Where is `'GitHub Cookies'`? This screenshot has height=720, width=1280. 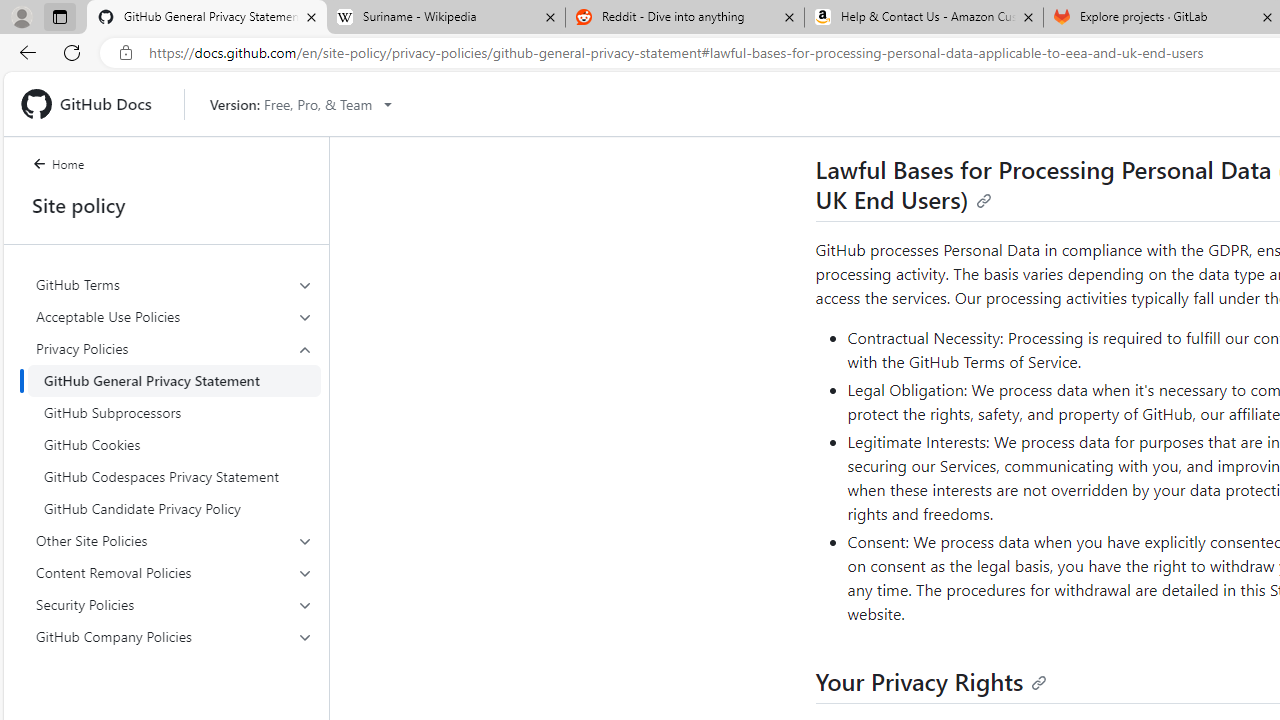 'GitHub Cookies' is located at coordinates (174, 443).